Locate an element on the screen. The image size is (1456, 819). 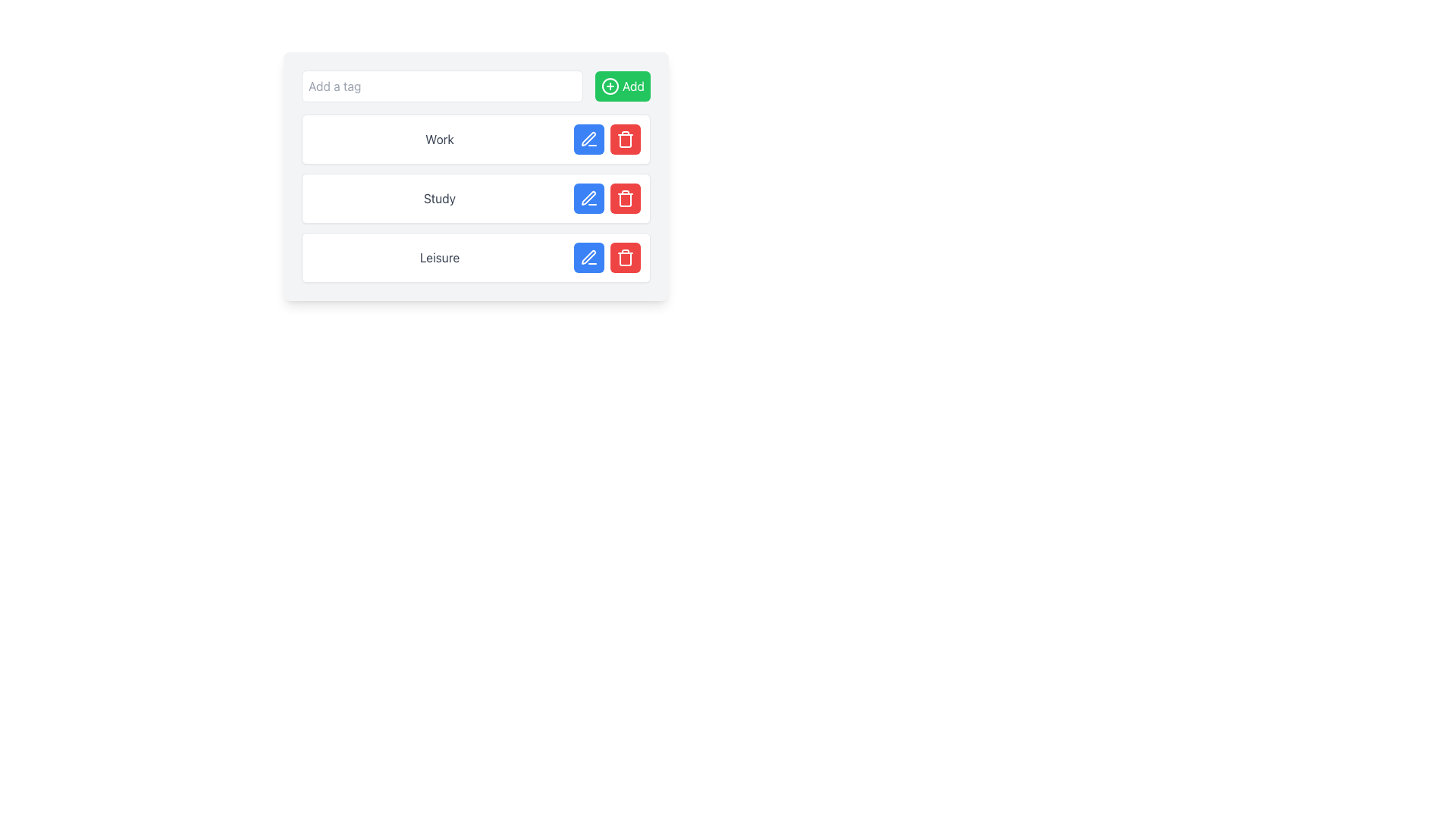
the pen icon located inside the blue circular button adjacent to the 'Leisure' label is located at coordinates (588, 256).